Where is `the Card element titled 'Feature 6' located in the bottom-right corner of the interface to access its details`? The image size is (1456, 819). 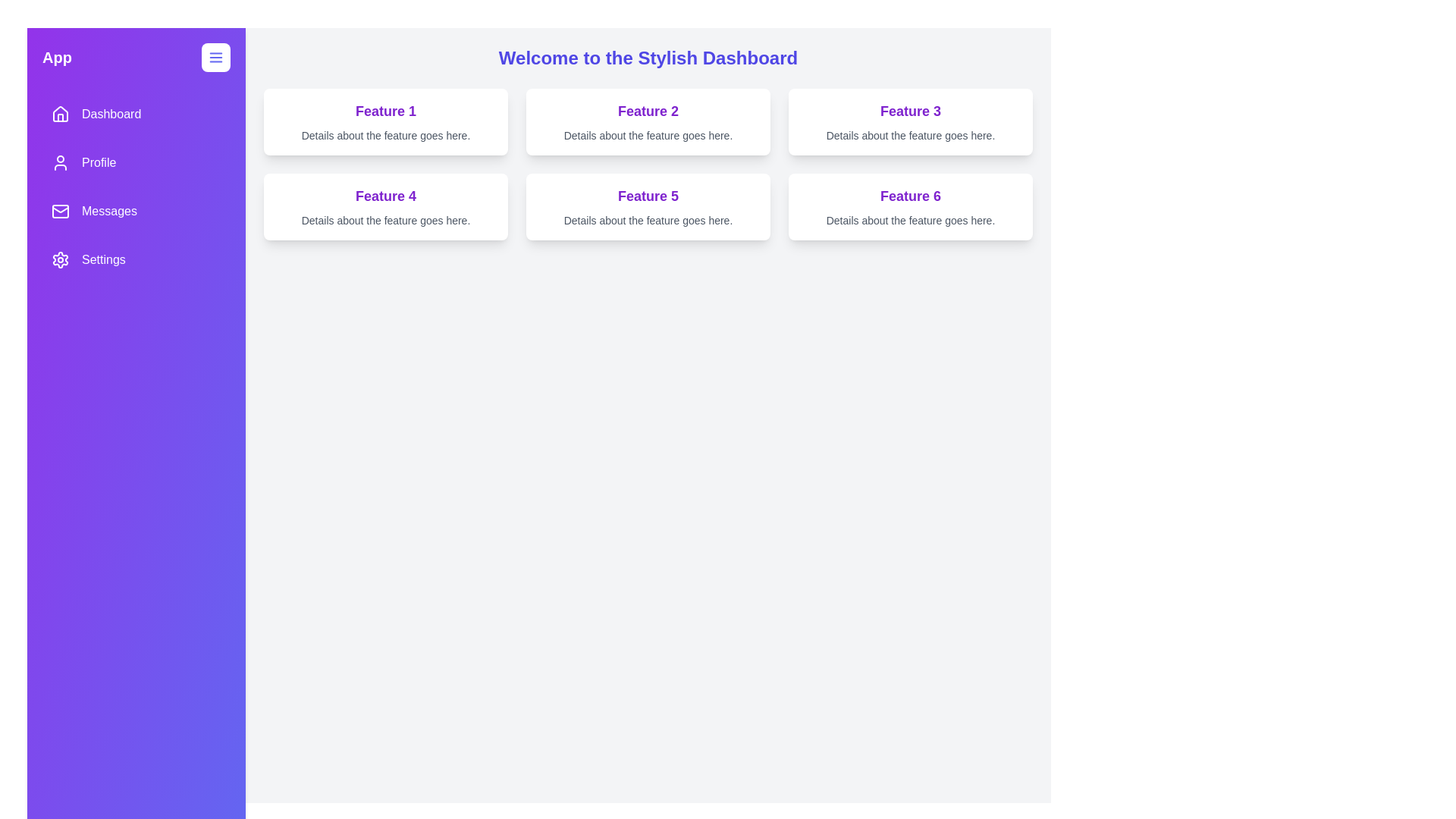 the Card element titled 'Feature 6' located in the bottom-right corner of the interface to access its details is located at coordinates (910, 207).